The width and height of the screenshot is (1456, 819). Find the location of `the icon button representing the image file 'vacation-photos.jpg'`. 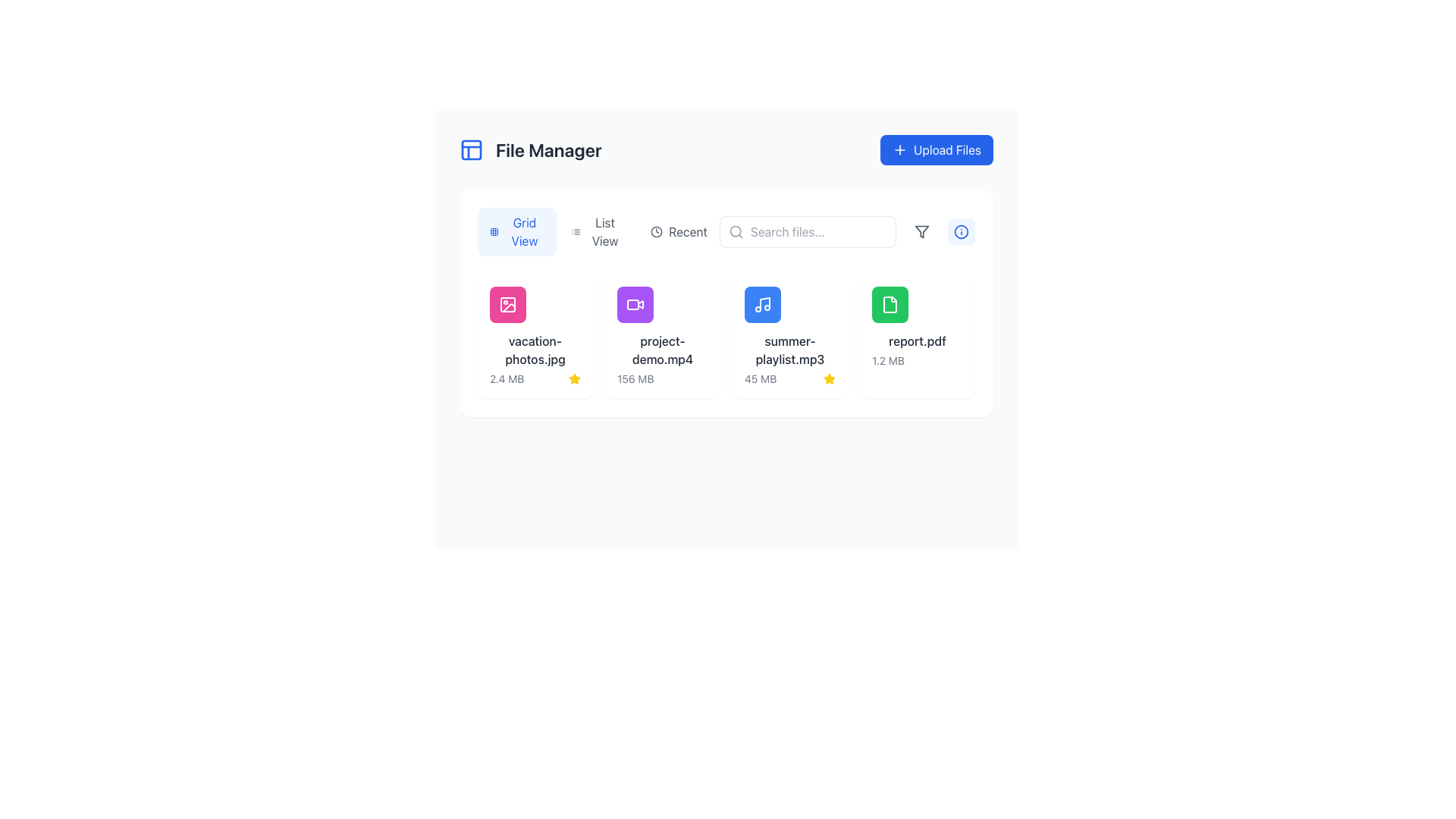

the icon button representing the image file 'vacation-photos.jpg' is located at coordinates (508, 304).